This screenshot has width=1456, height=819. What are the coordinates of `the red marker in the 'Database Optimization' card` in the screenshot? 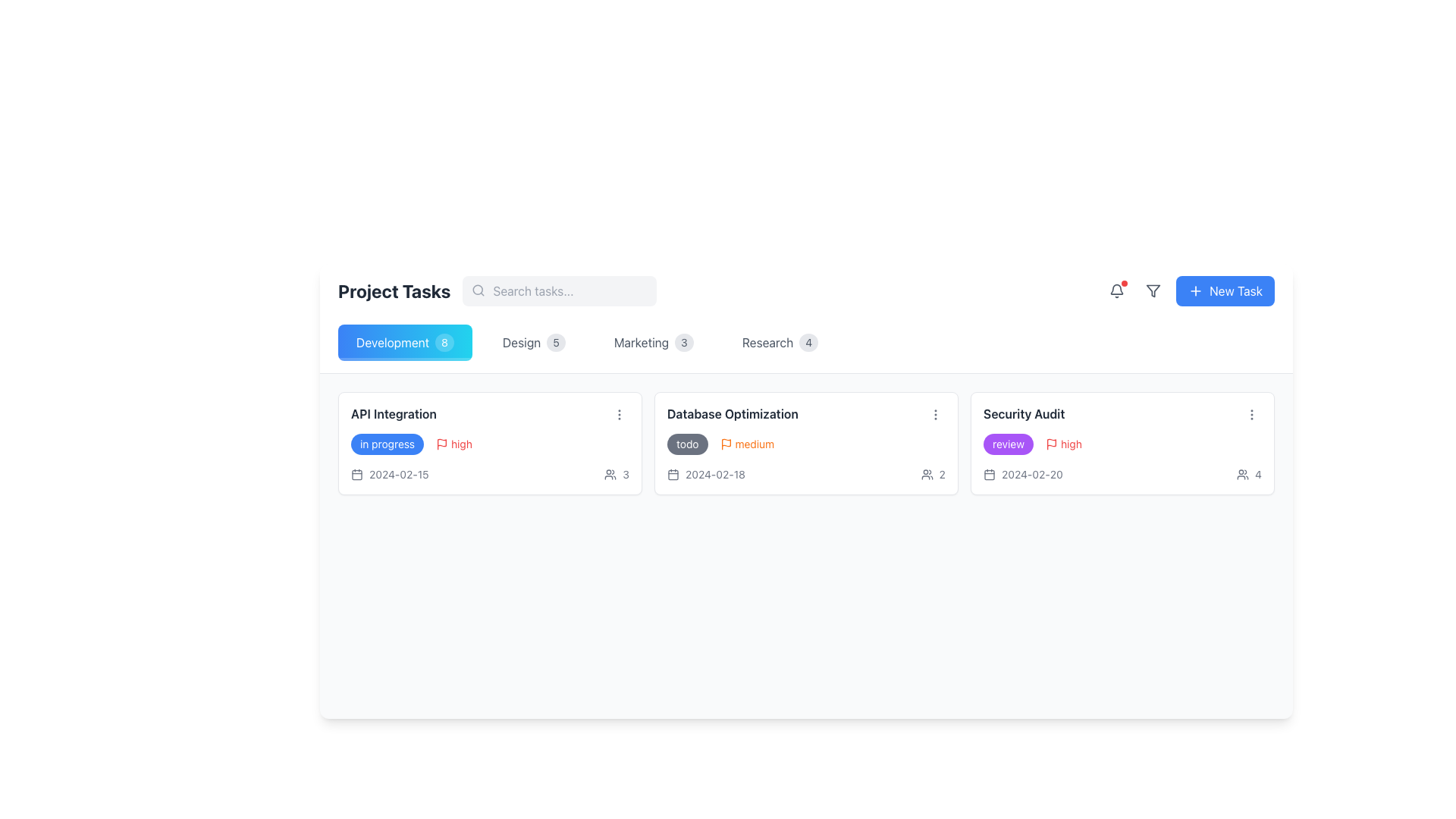 It's located at (805, 444).